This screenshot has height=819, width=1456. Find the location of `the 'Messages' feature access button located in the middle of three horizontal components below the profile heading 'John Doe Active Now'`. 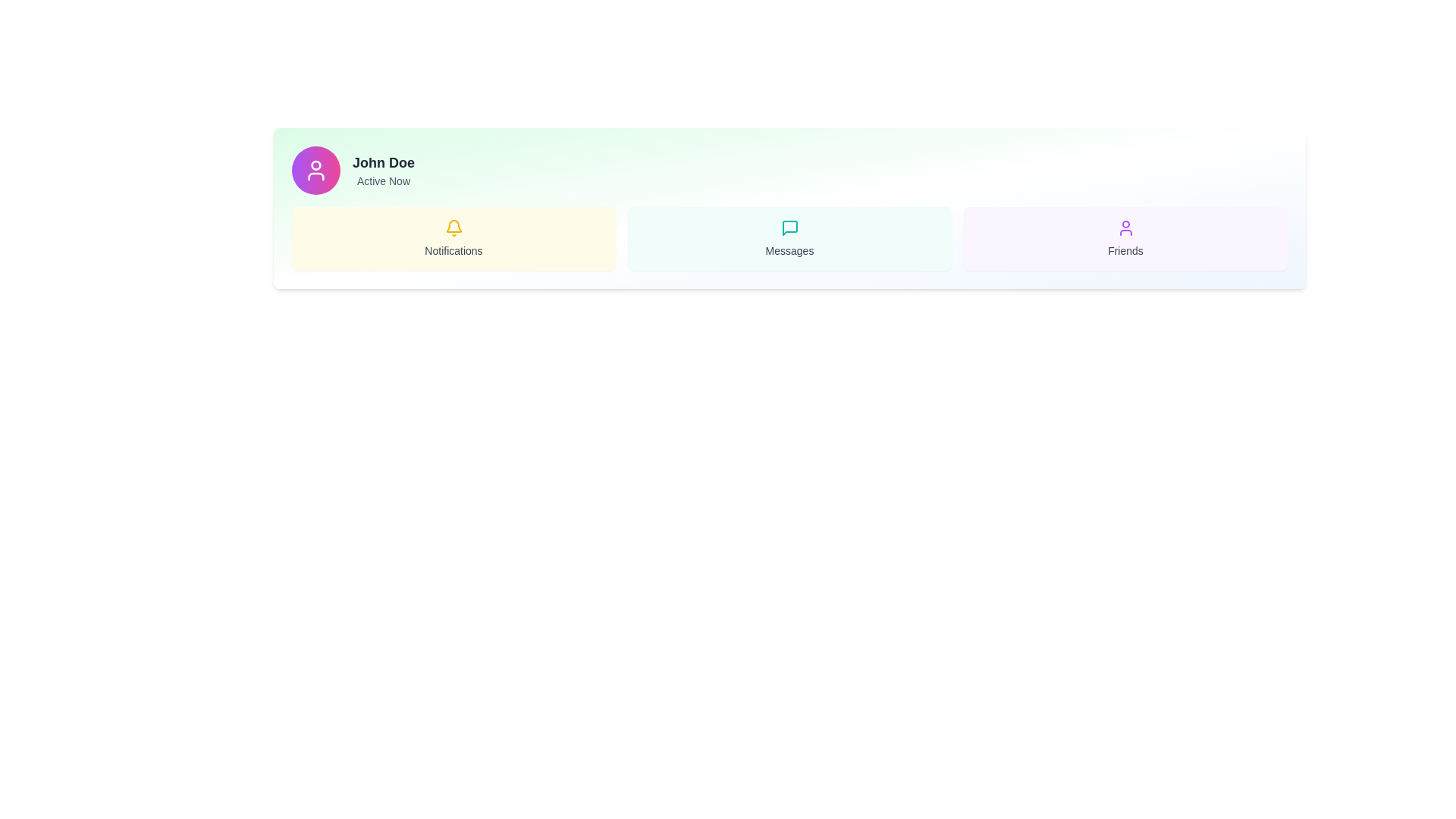

the 'Messages' feature access button located in the middle of three horizontal components below the profile heading 'John Doe Active Now' is located at coordinates (789, 239).